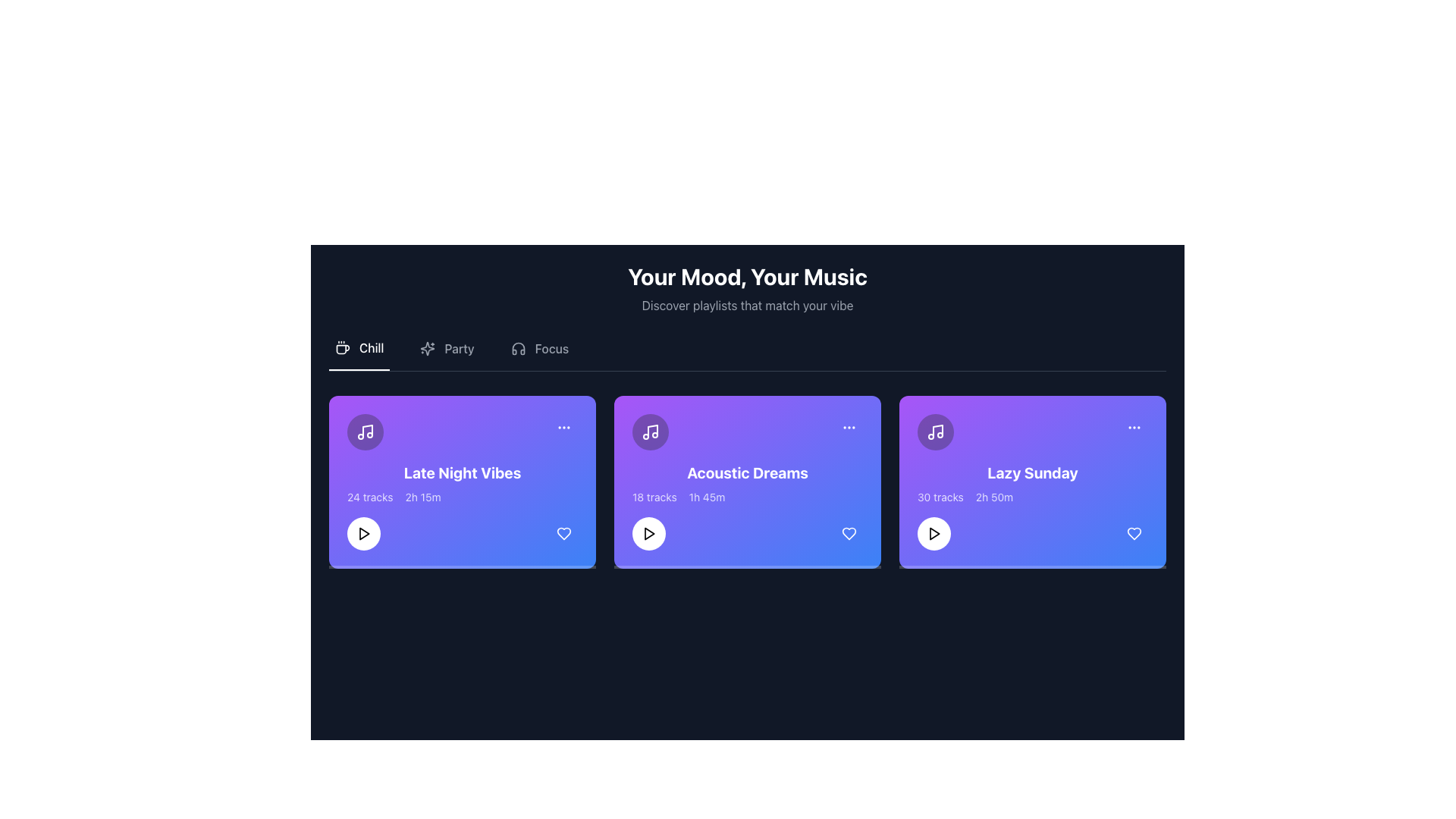 Image resolution: width=1456 pixels, height=819 pixels. I want to click on the play button located in the center of the middle card, which is positioned between 'Late Night Vibes' and 'Lazy Sunday', so click(648, 533).